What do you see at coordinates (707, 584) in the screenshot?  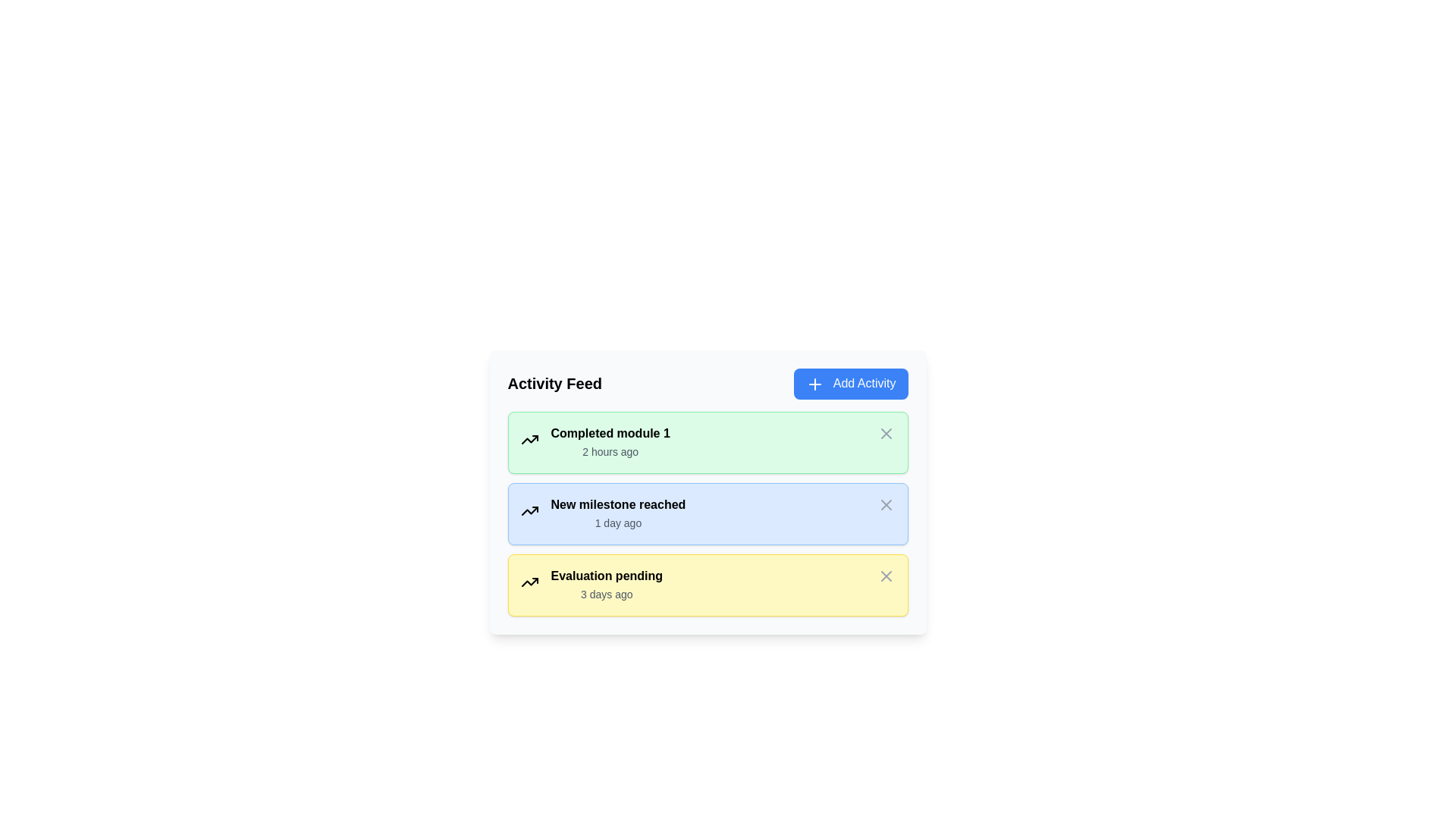 I see `information displayed on the notification card titled 'Evaluation pending', which is the last card in the activity feed with a yellow background and an interactive dismiss button` at bounding box center [707, 584].